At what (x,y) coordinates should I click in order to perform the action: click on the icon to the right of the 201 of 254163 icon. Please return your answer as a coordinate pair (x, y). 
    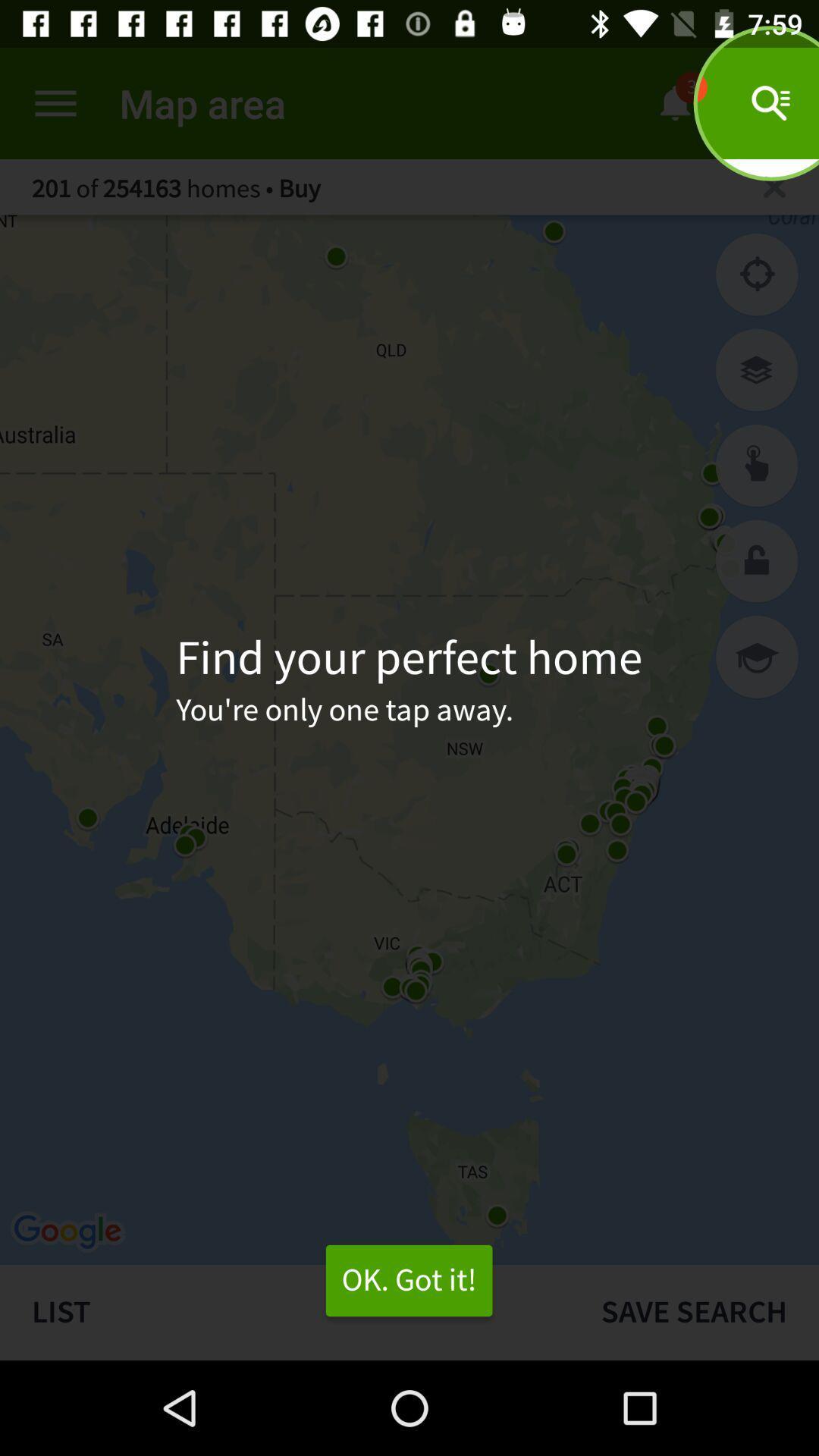
    Looking at the image, I should click on (774, 186).